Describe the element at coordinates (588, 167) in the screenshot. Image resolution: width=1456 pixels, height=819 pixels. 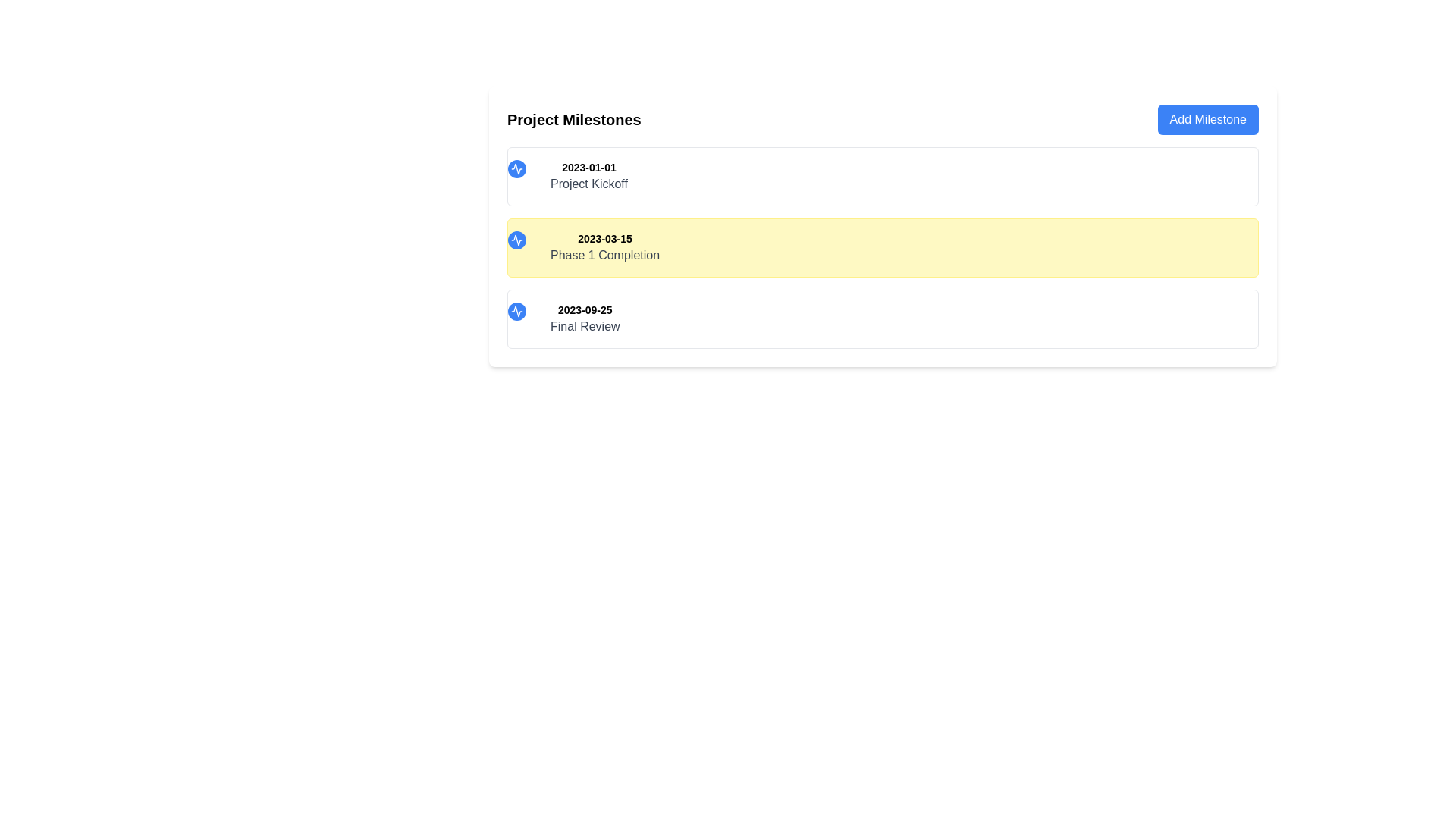
I see `the static text label displaying the date for the milestone event in the 'Project Kickoff' list item` at that location.